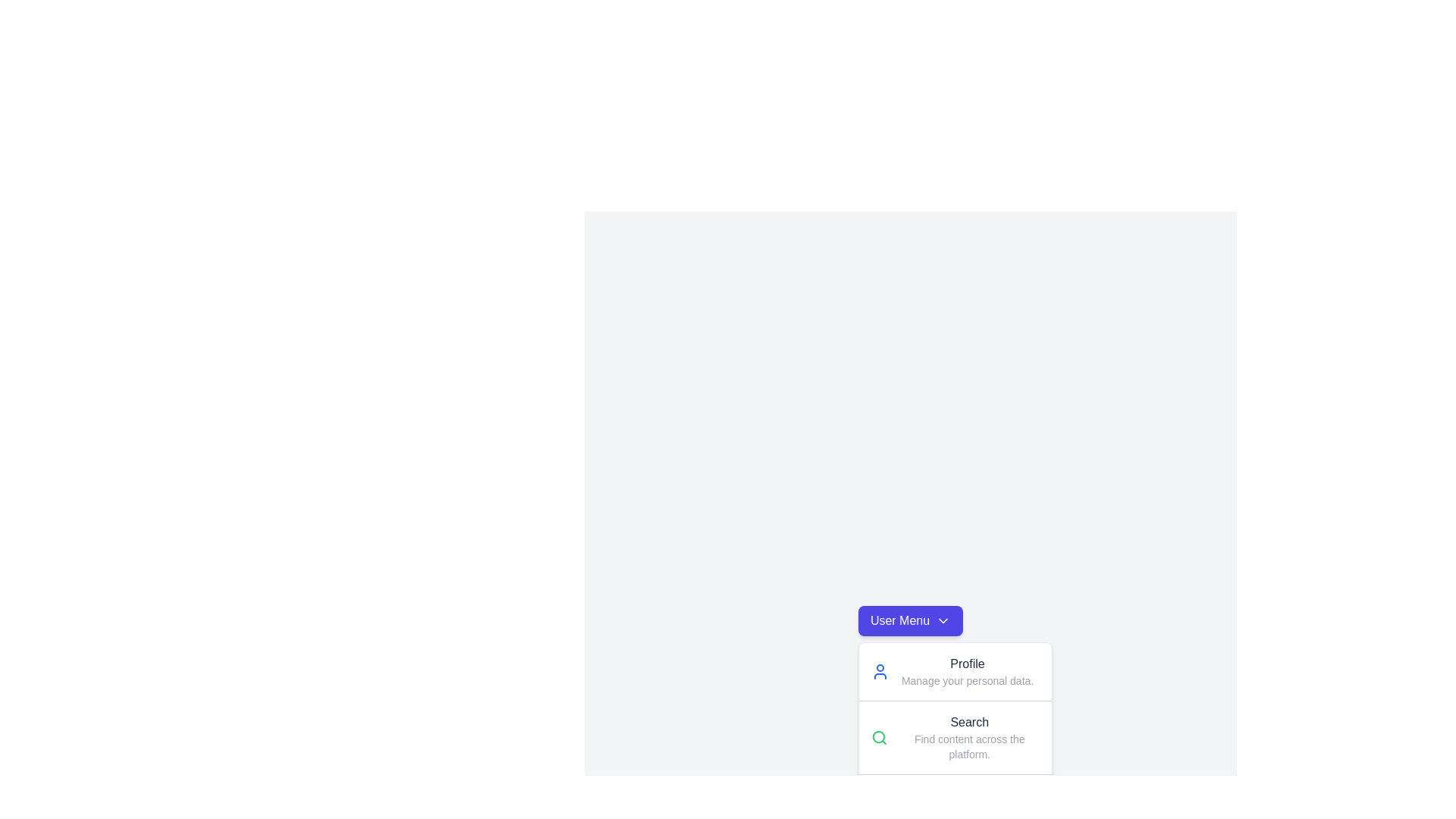  Describe the element at coordinates (910, 620) in the screenshot. I see `the 'User Menu' dropdown toggle button with a purple background and white text` at that location.